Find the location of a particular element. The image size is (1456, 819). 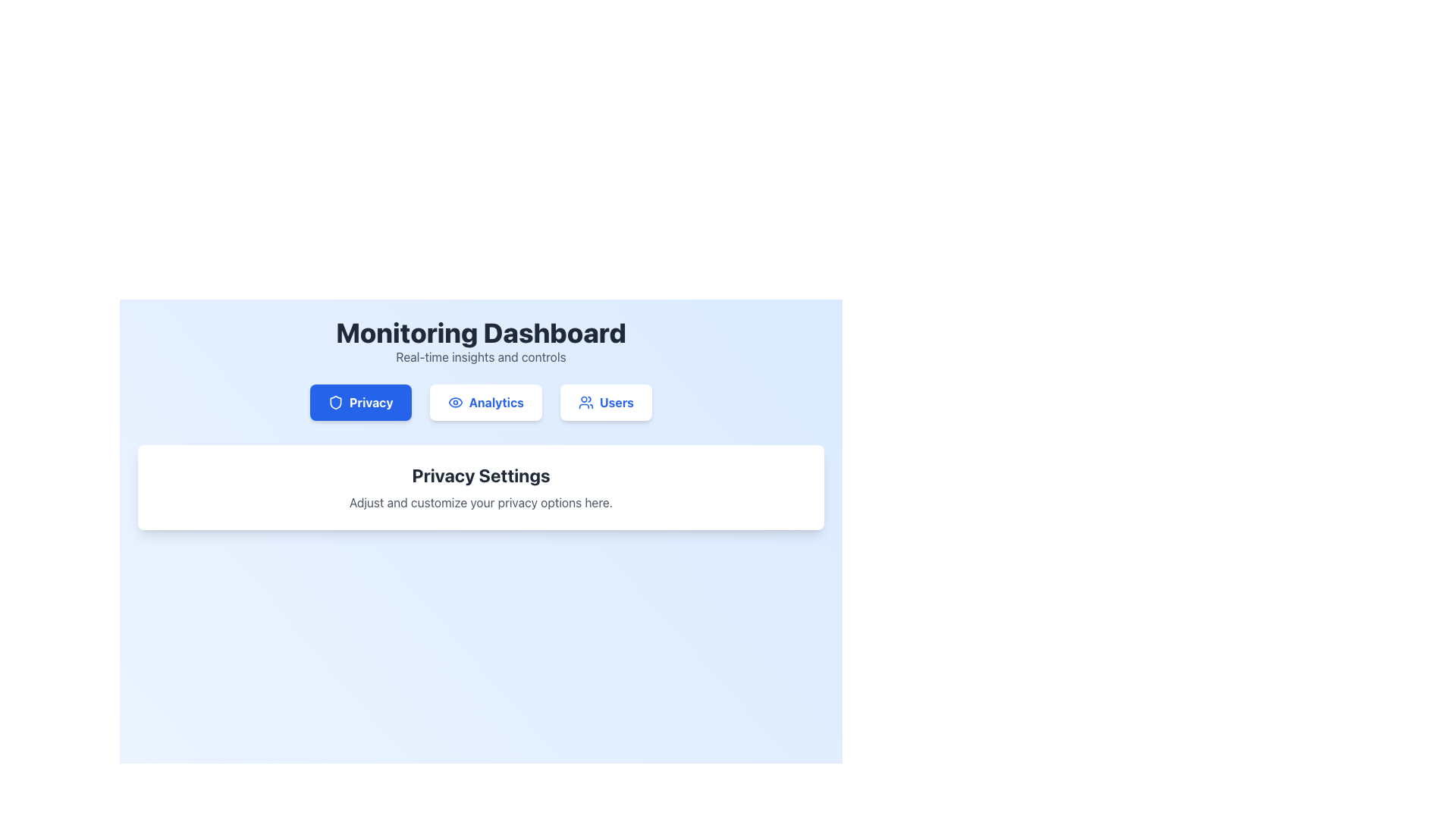

the 'Users' button, which is the third button in a horizontal group of three buttons, styled with a white background and blue bold text, featuring an icon of two small stylized users is located at coordinates (605, 402).